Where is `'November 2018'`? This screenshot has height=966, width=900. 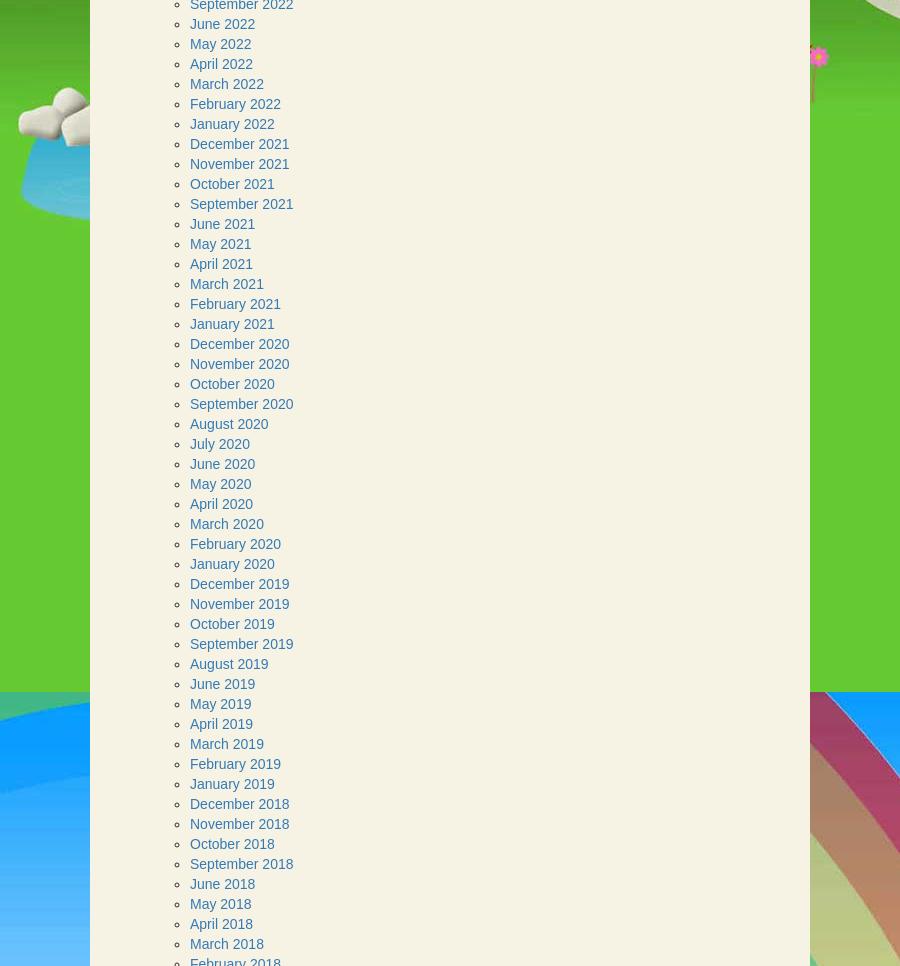
'November 2018' is located at coordinates (238, 823).